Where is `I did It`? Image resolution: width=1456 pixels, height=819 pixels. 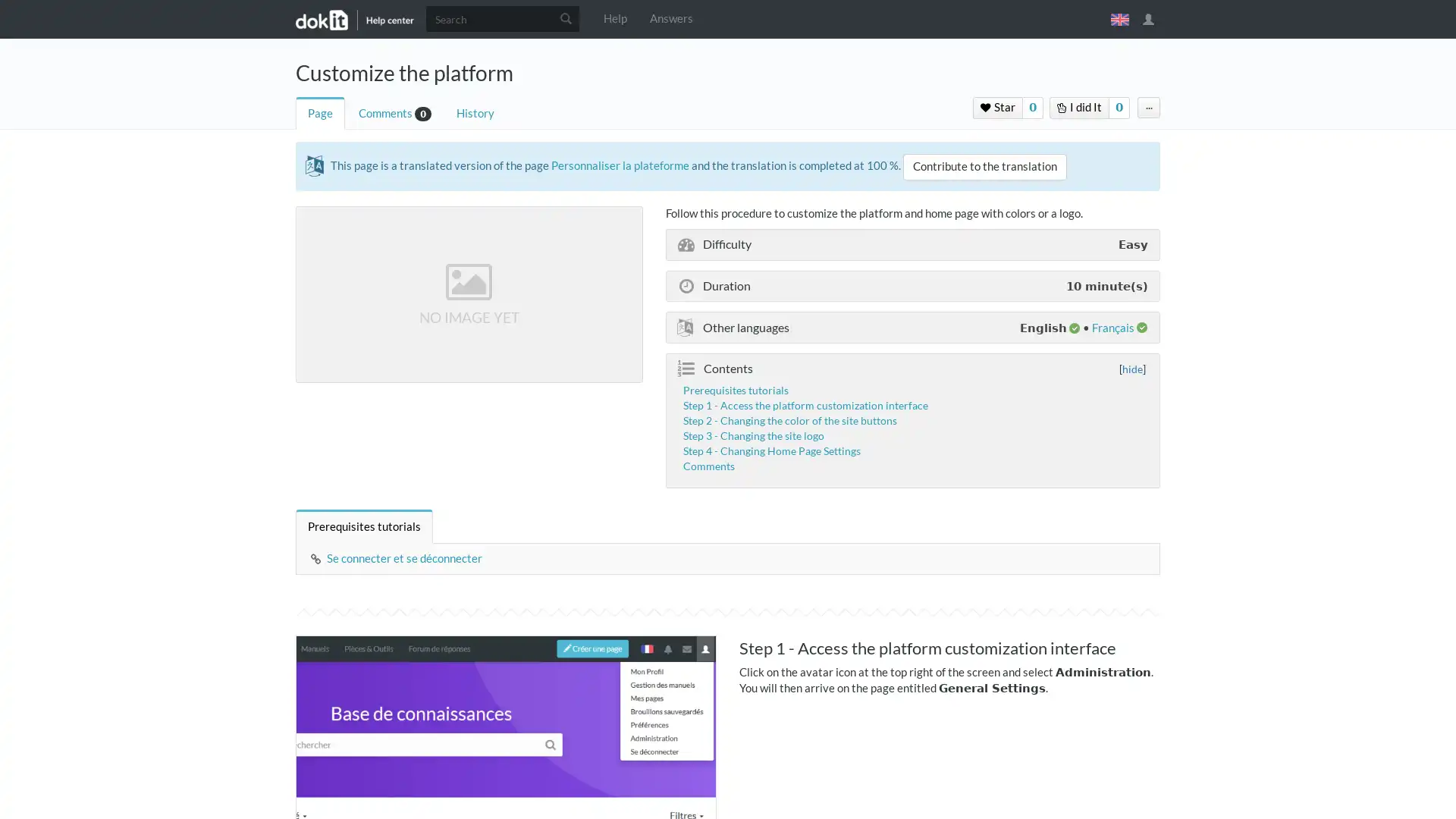 I did It is located at coordinates (1078, 107).